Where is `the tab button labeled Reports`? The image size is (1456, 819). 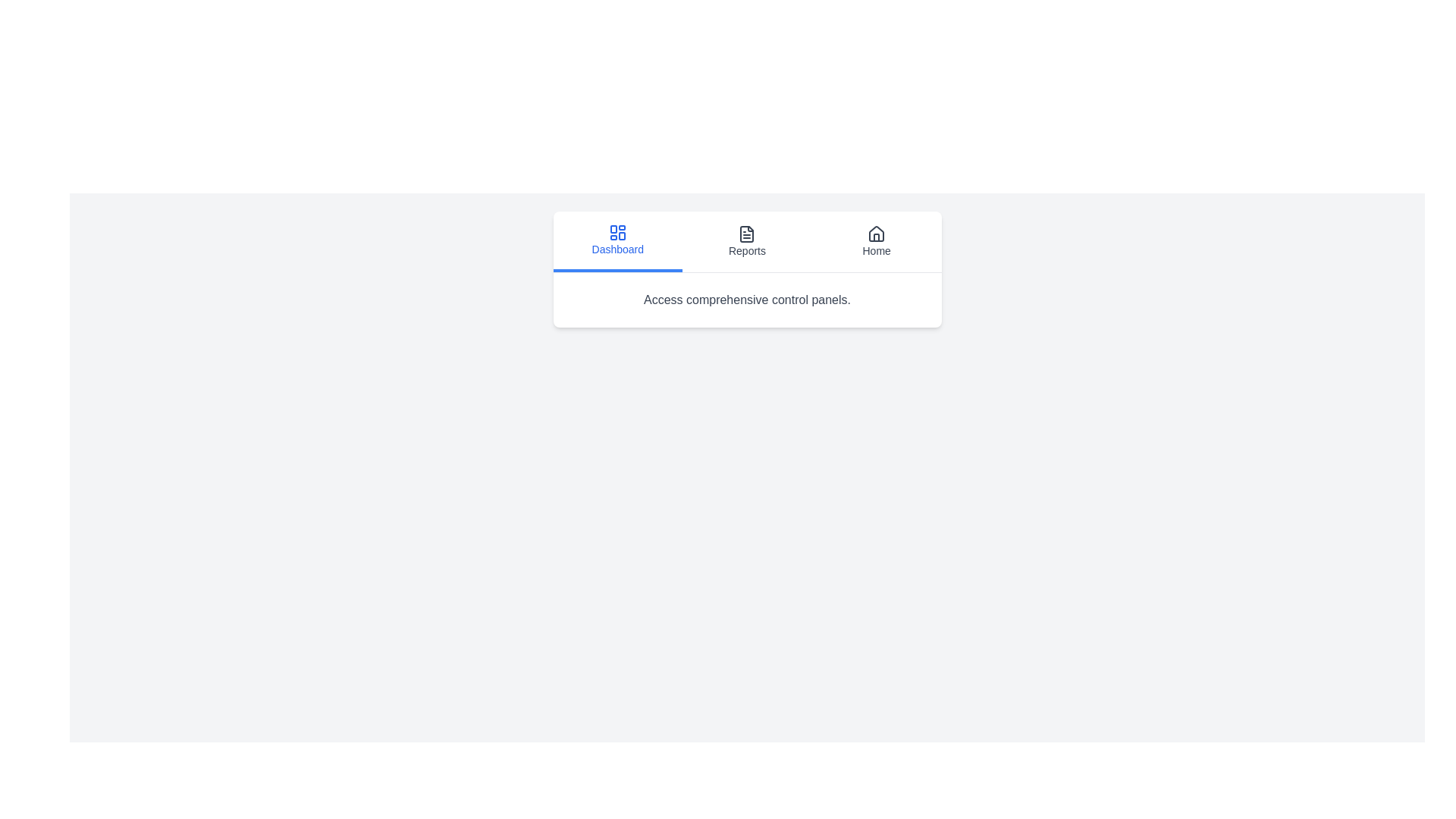 the tab button labeled Reports is located at coordinates (747, 241).